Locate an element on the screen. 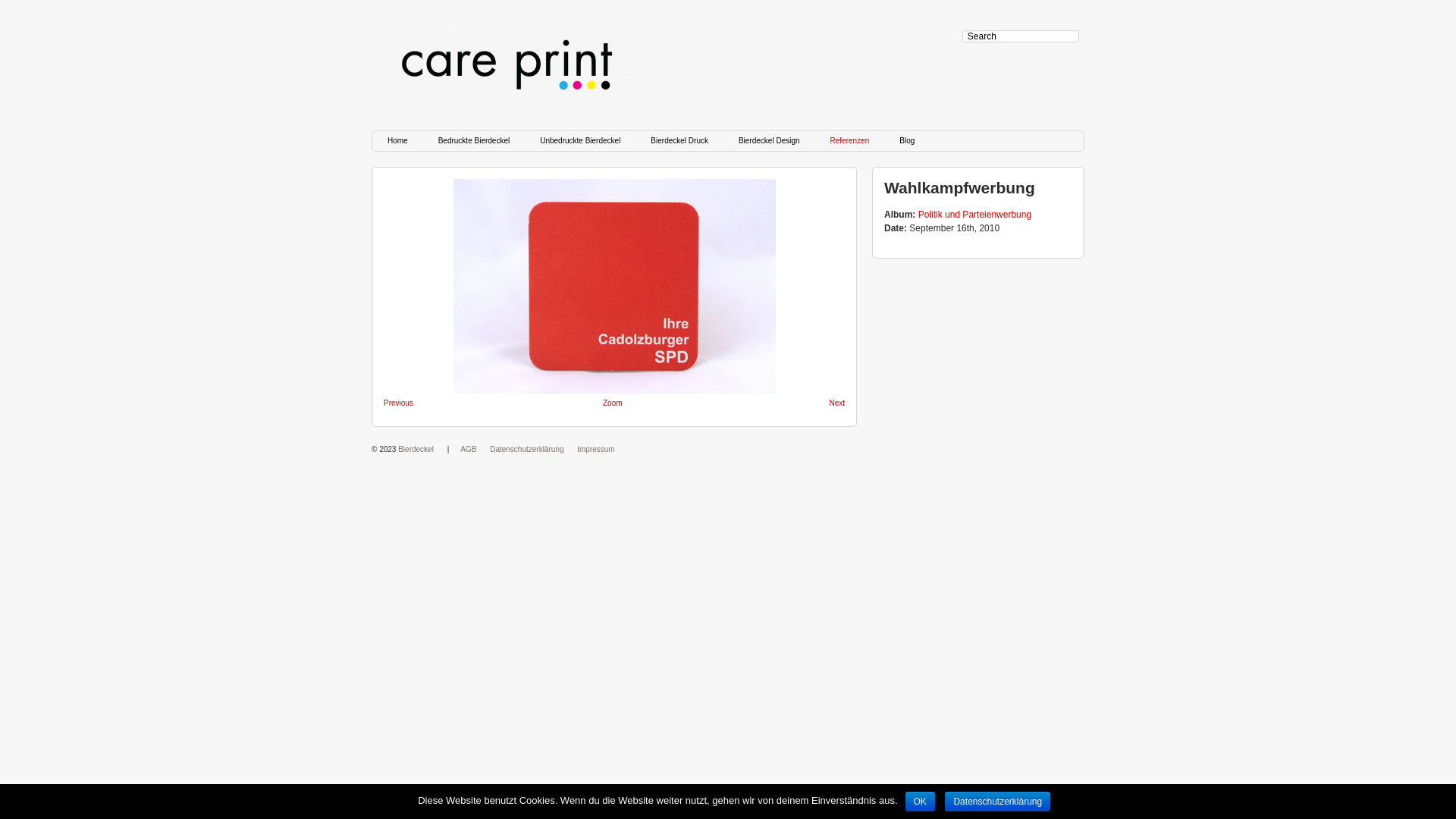 Image resolution: width=1456 pixels, height=819 pixels. 'Referenzen' is located at coordinates (850, 140).